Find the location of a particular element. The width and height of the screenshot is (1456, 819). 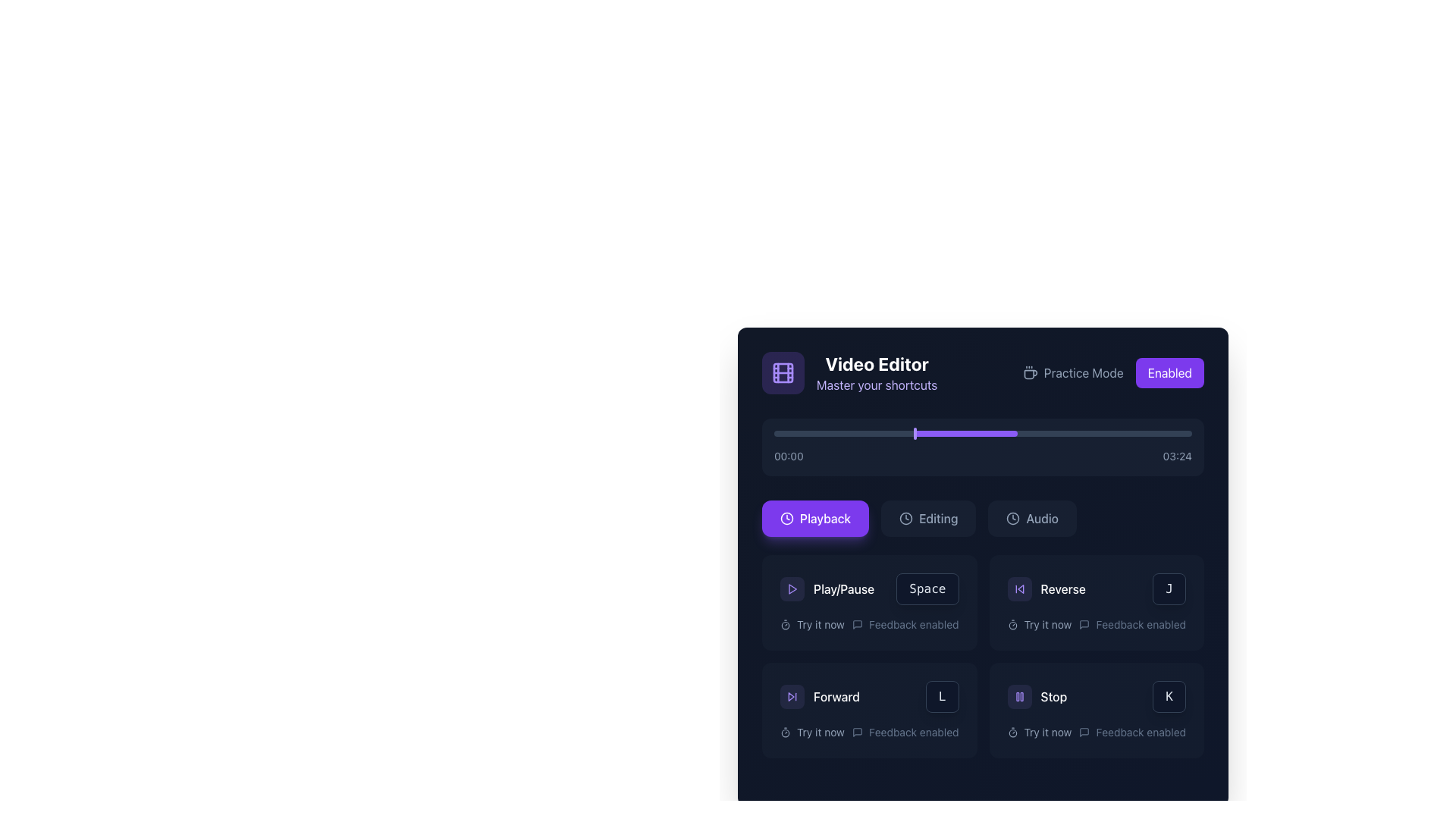

the 'Stop' button with a violet circular background and a pause icon located in the lower right panel of the interface is located at coordinates (1036, 696).